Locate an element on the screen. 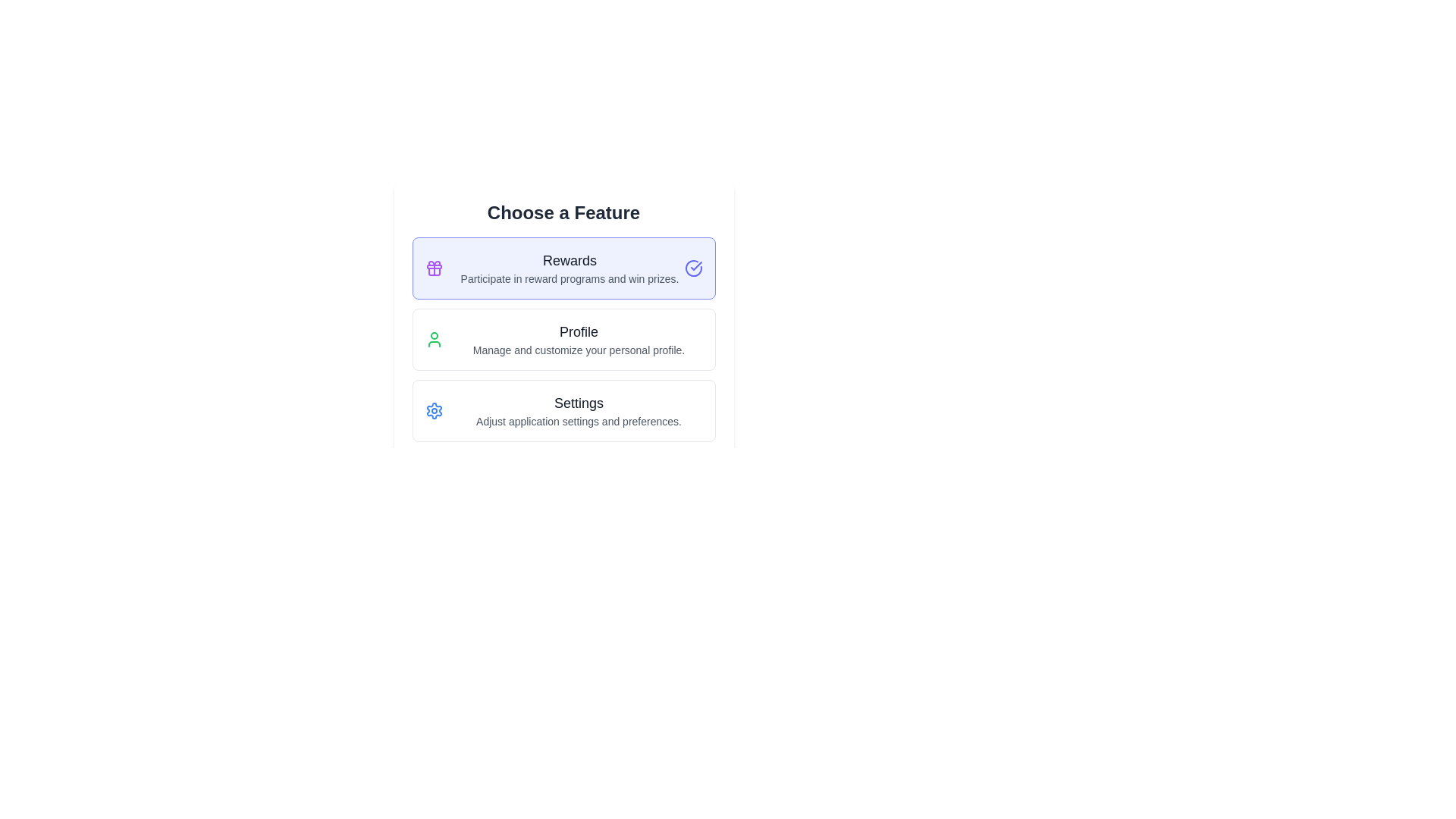 This screenshot has height=819, width=1456. the 'Profile' text label, which is prominently displayed in bold font and located between the 'Rewards' and 'Settings' sections in the user profile functionalities area is located at coordinates (578, 331).